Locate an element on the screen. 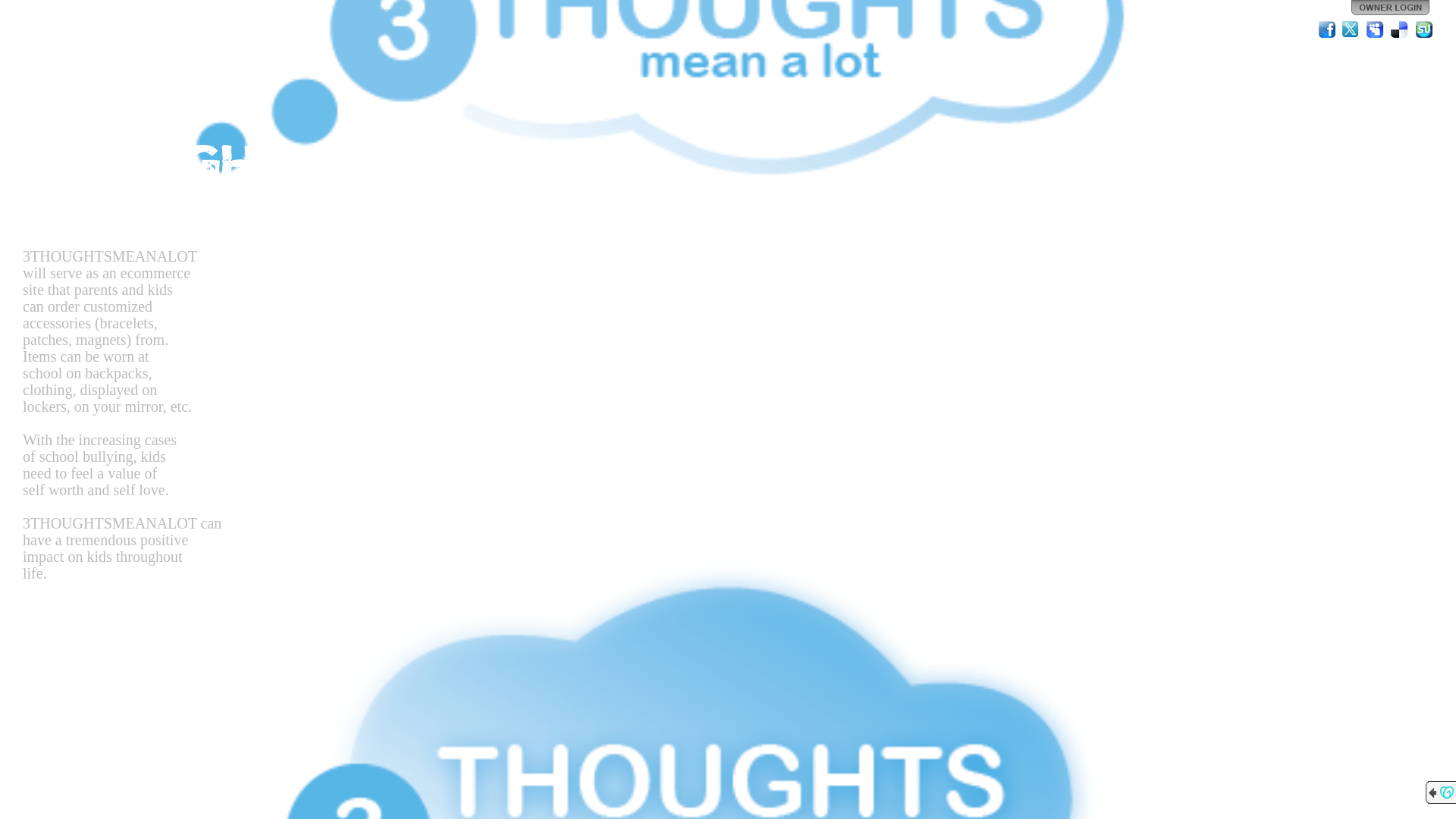 The height and width of the screenshot is (819, 1456). 'MySpace' is located at coordinates (1376, 29).